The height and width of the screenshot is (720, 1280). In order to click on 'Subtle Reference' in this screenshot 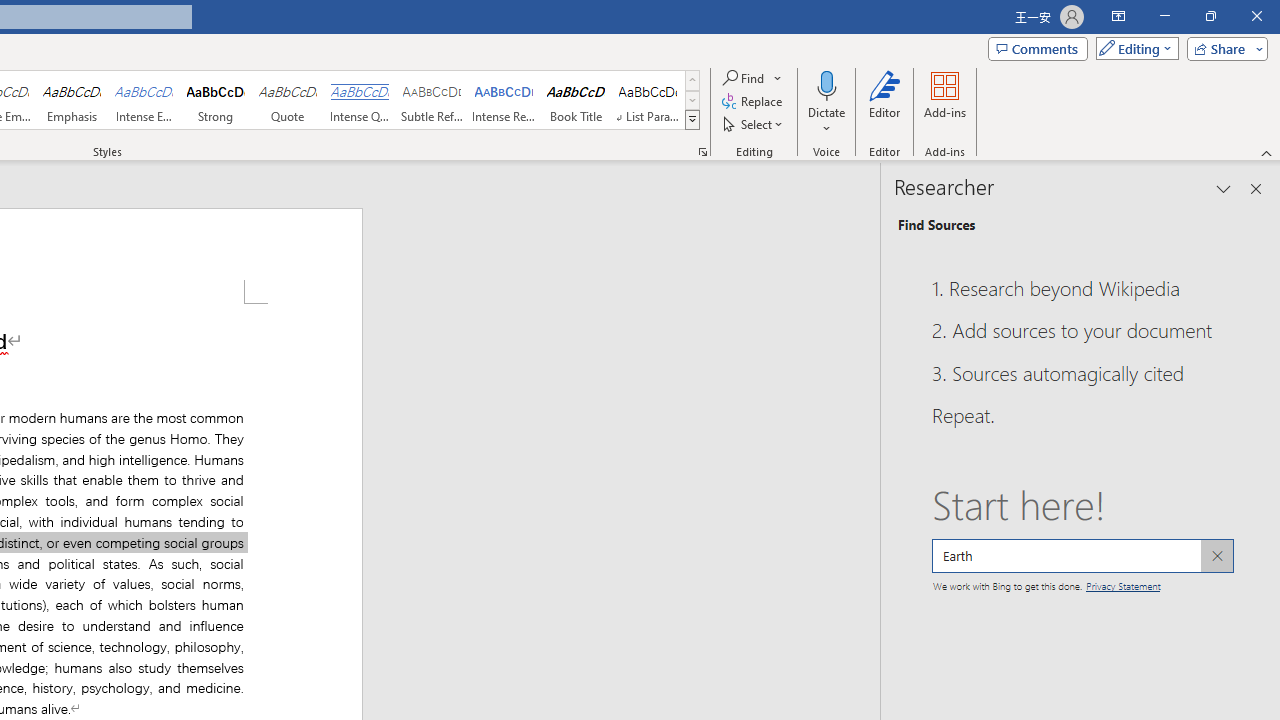, I will do `click(431, 100)`.